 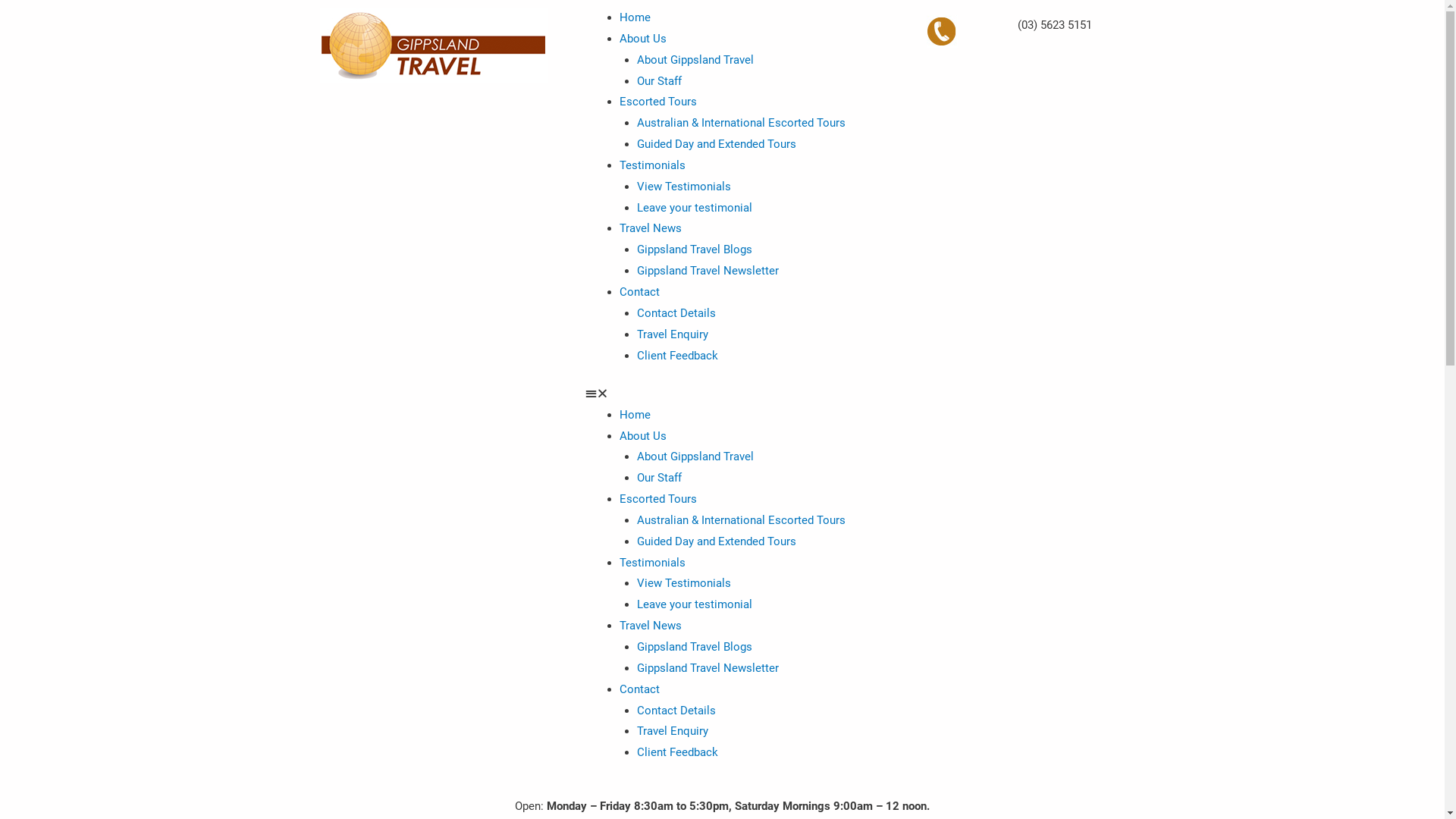 What do you see at coordinates (639, 689) in the screenshot?
I see `'Contact'` at bounding box center [639, 689].